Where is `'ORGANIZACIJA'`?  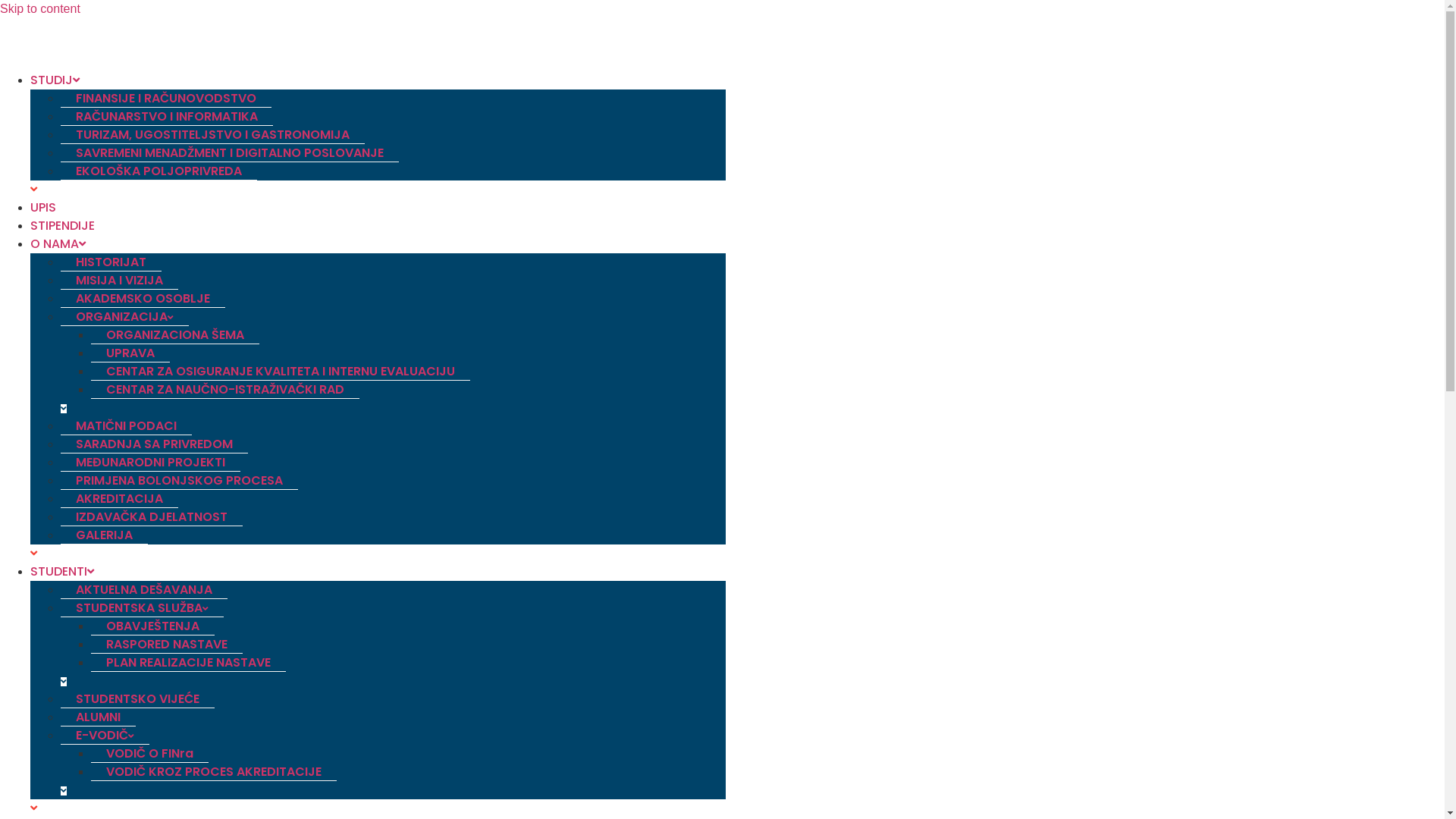 'ORGANIZACIJA' is located at coordinates (124, 315).